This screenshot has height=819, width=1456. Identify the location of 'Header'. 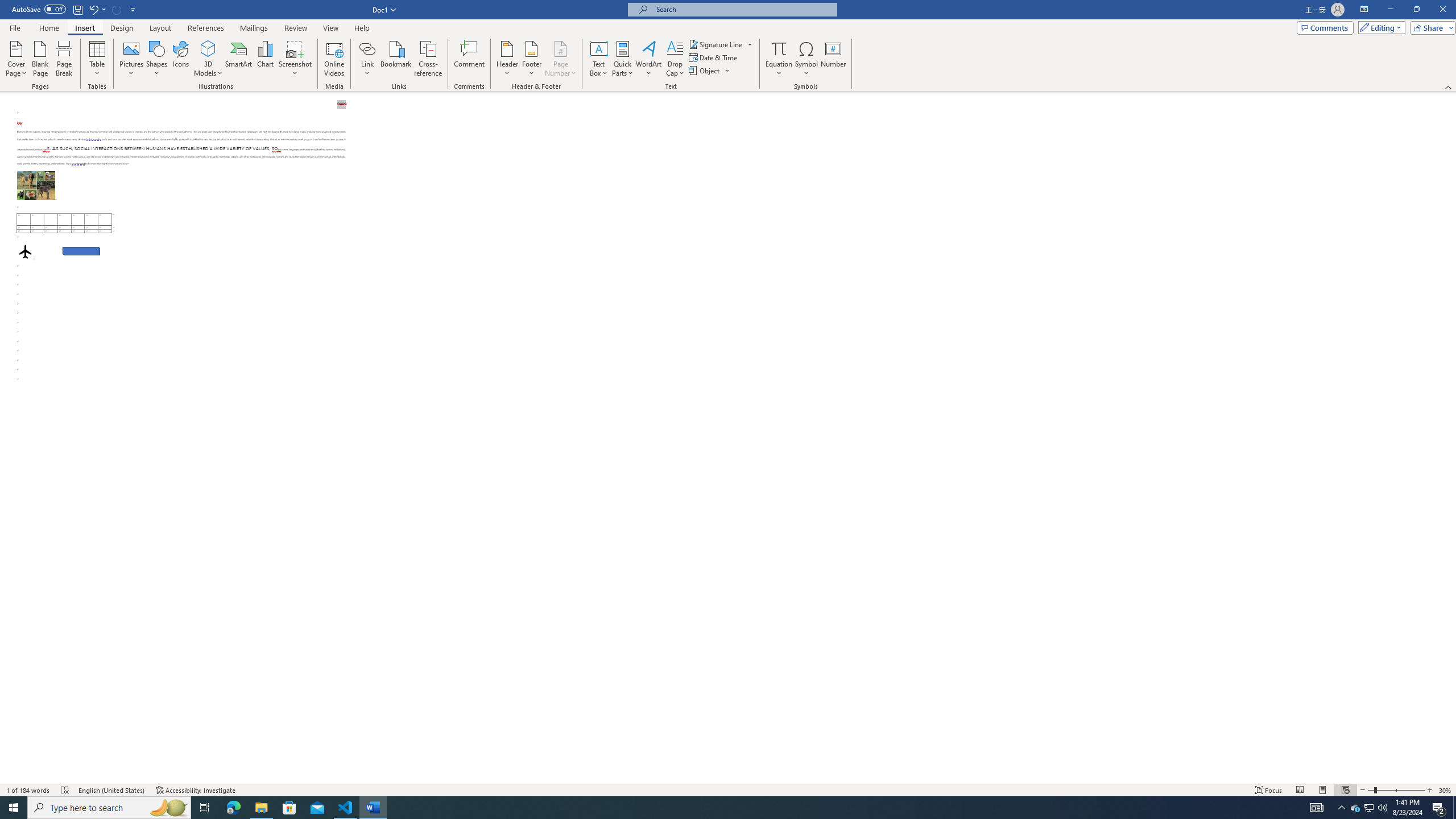
(507, 59).